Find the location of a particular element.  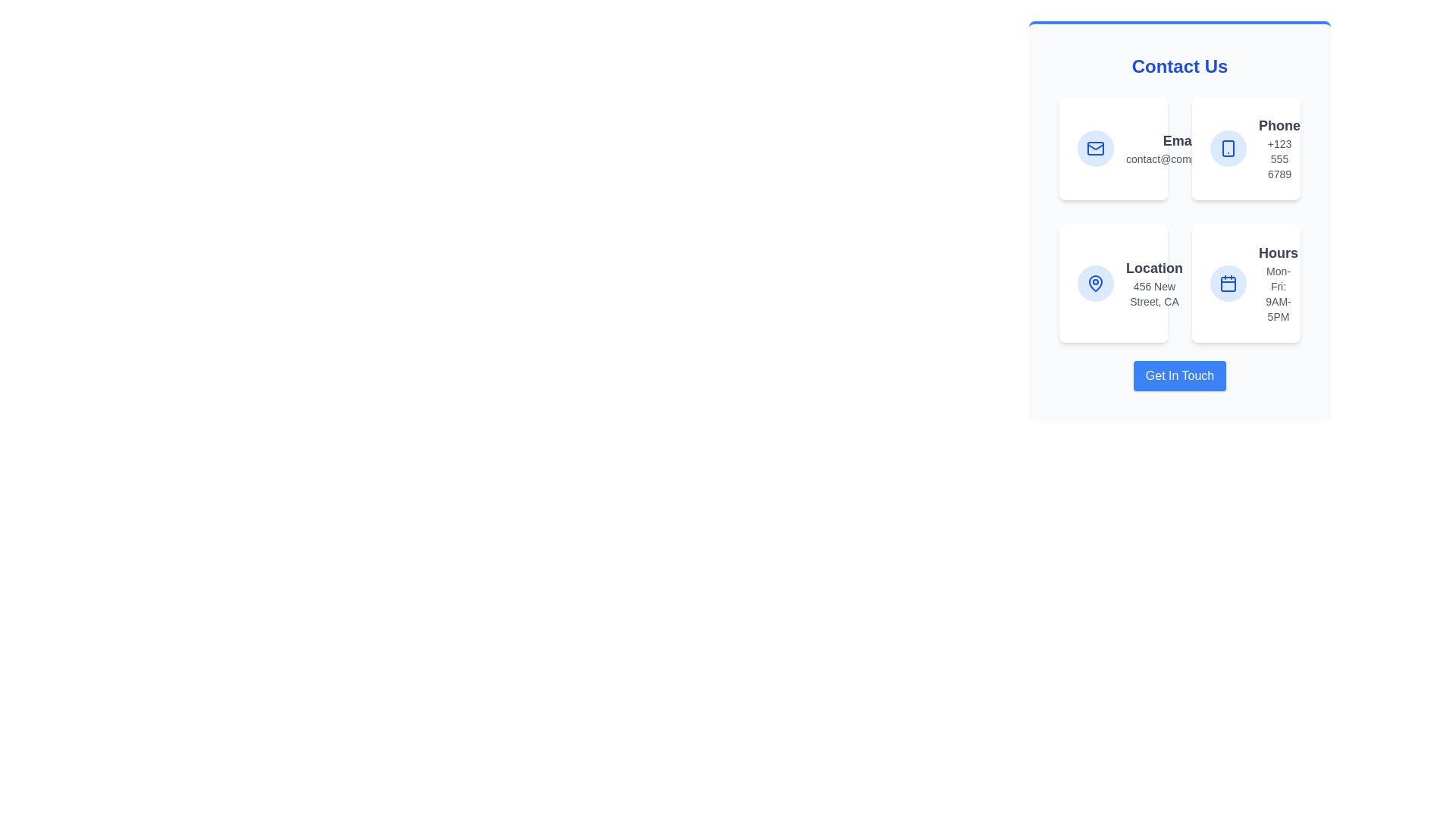

the circular badge with a blue envelope icon inside, located in the 'Contact Us' section under the title 'Contact Us' and next to the text 'Email contact@company.com' is located at coordinates (1095, 149).